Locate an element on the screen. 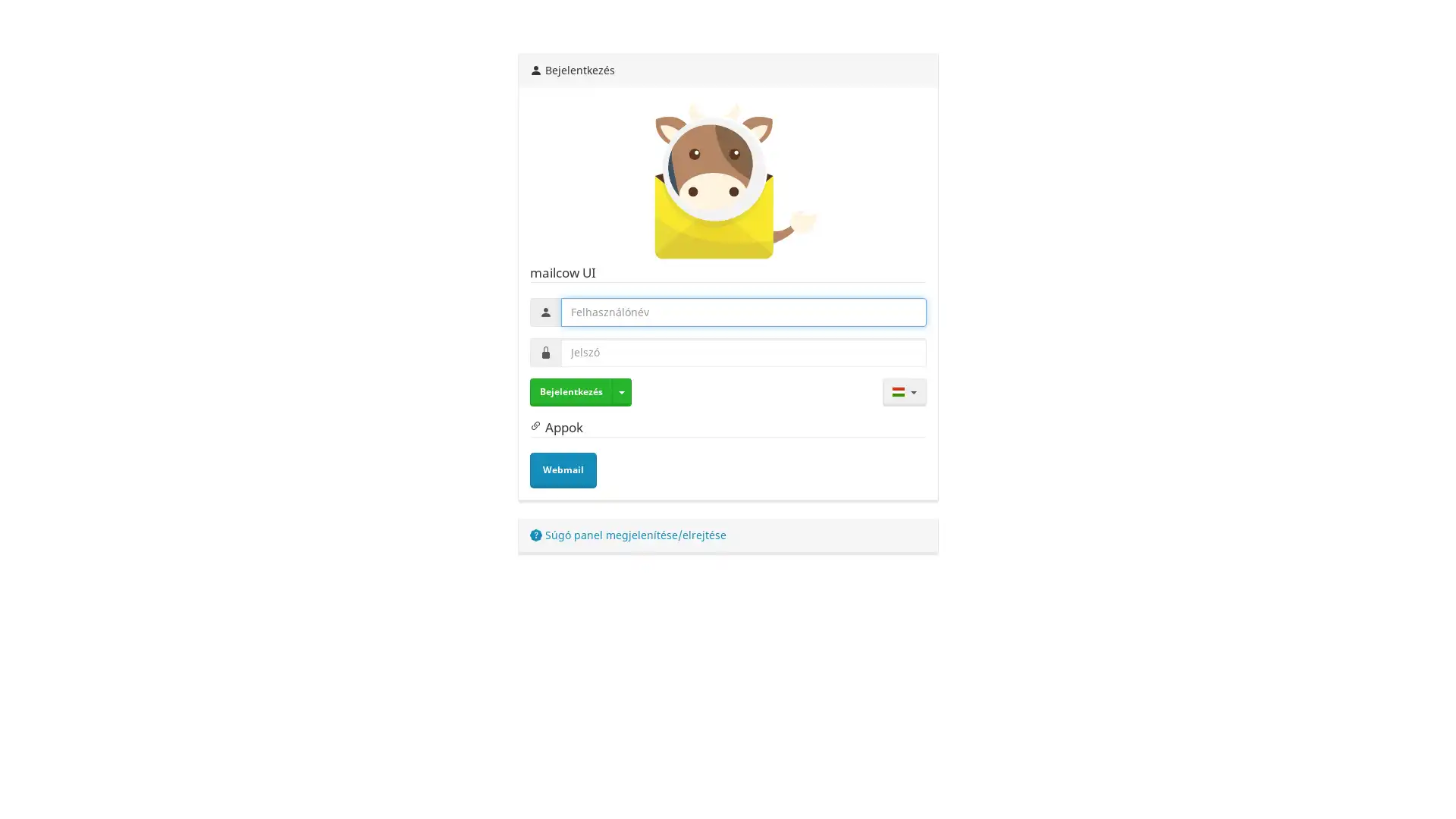 The height and width of the screenshot is (819, 1456). Webmail is located at coordinates (562, 469).